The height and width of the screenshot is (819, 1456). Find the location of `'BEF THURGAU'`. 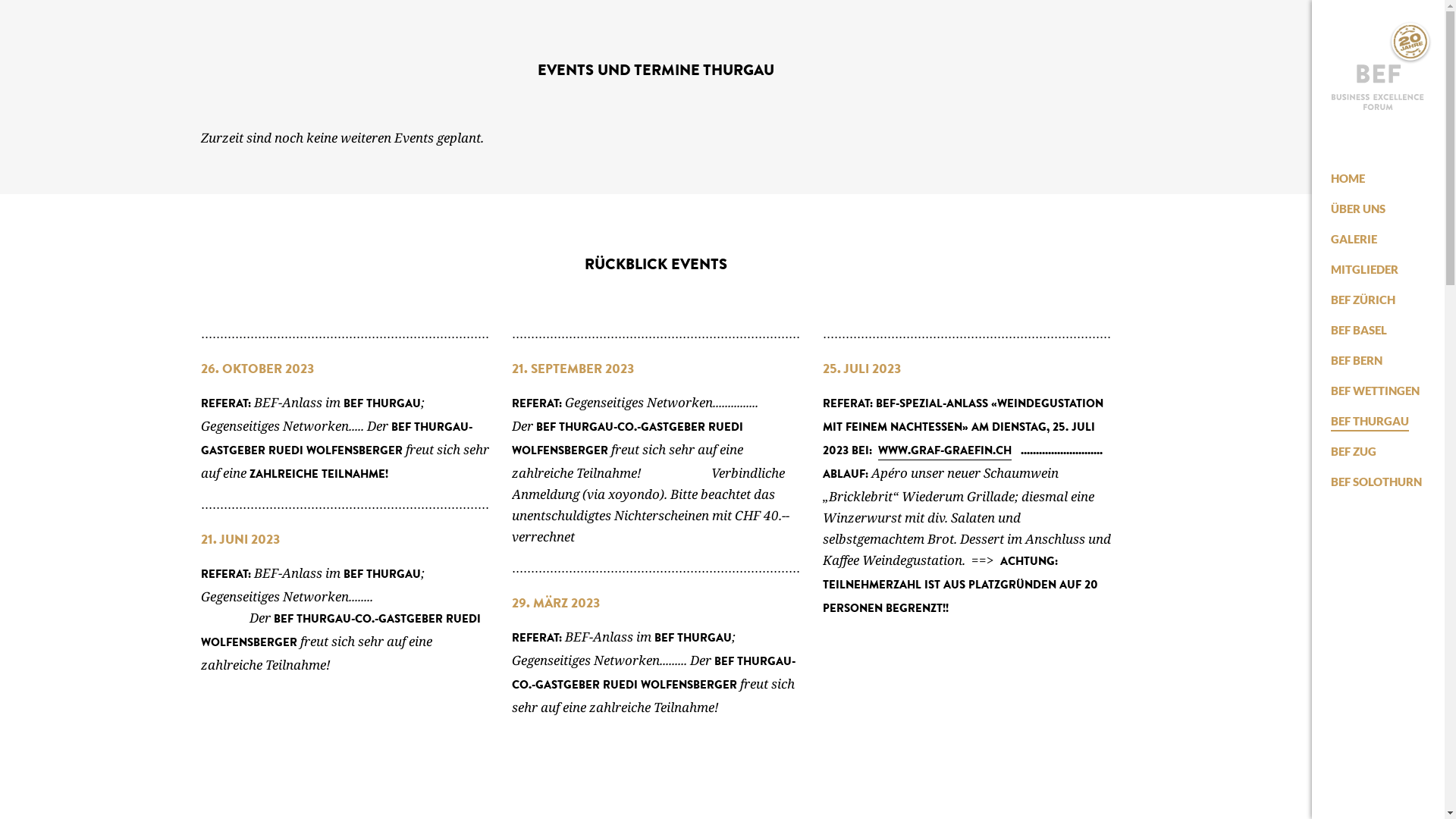

'BEF THURGAU' is located at coordinates (1330, 421).